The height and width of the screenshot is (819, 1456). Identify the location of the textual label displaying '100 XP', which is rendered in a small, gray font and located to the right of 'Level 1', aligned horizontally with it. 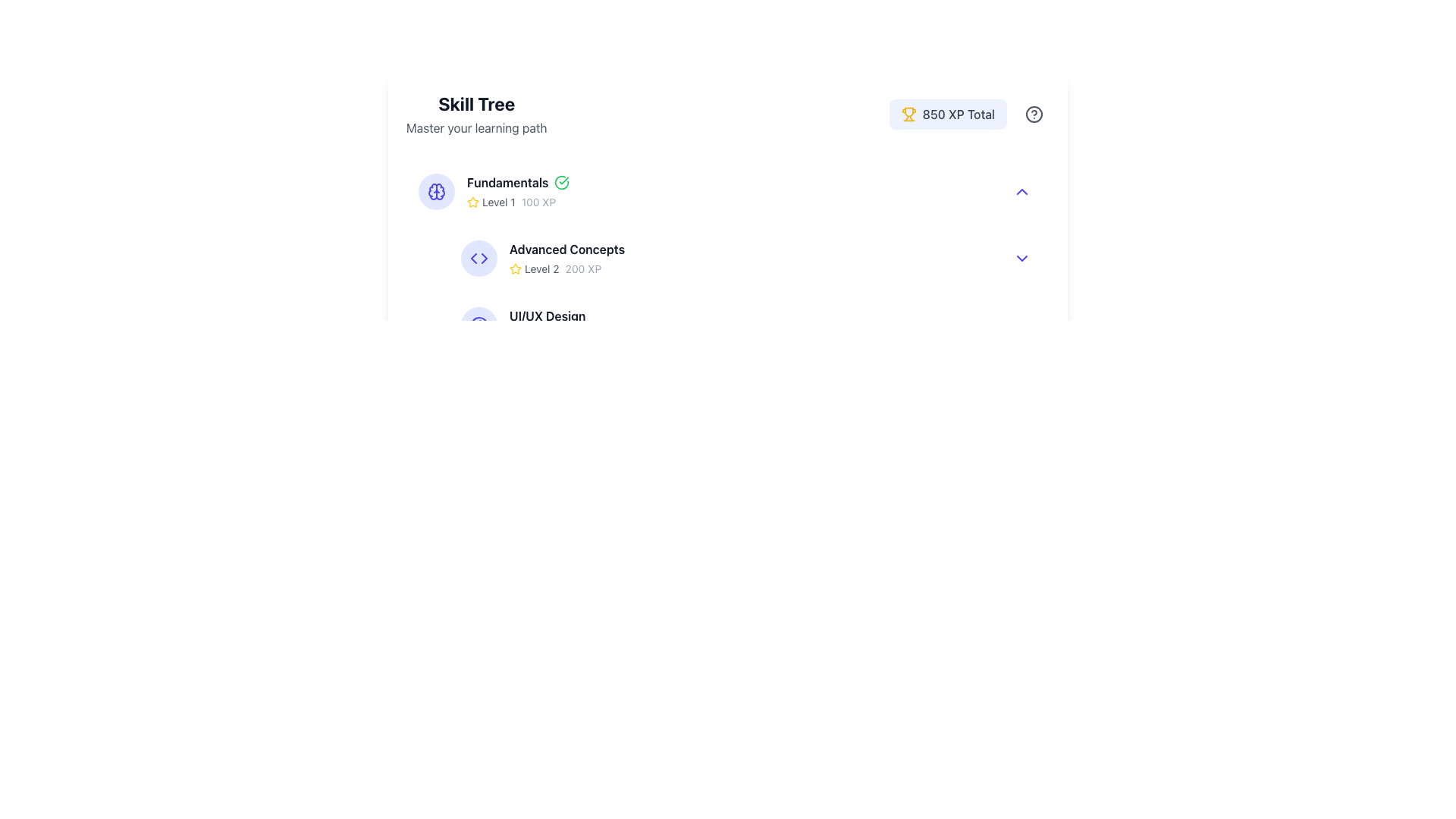
(538, 201).